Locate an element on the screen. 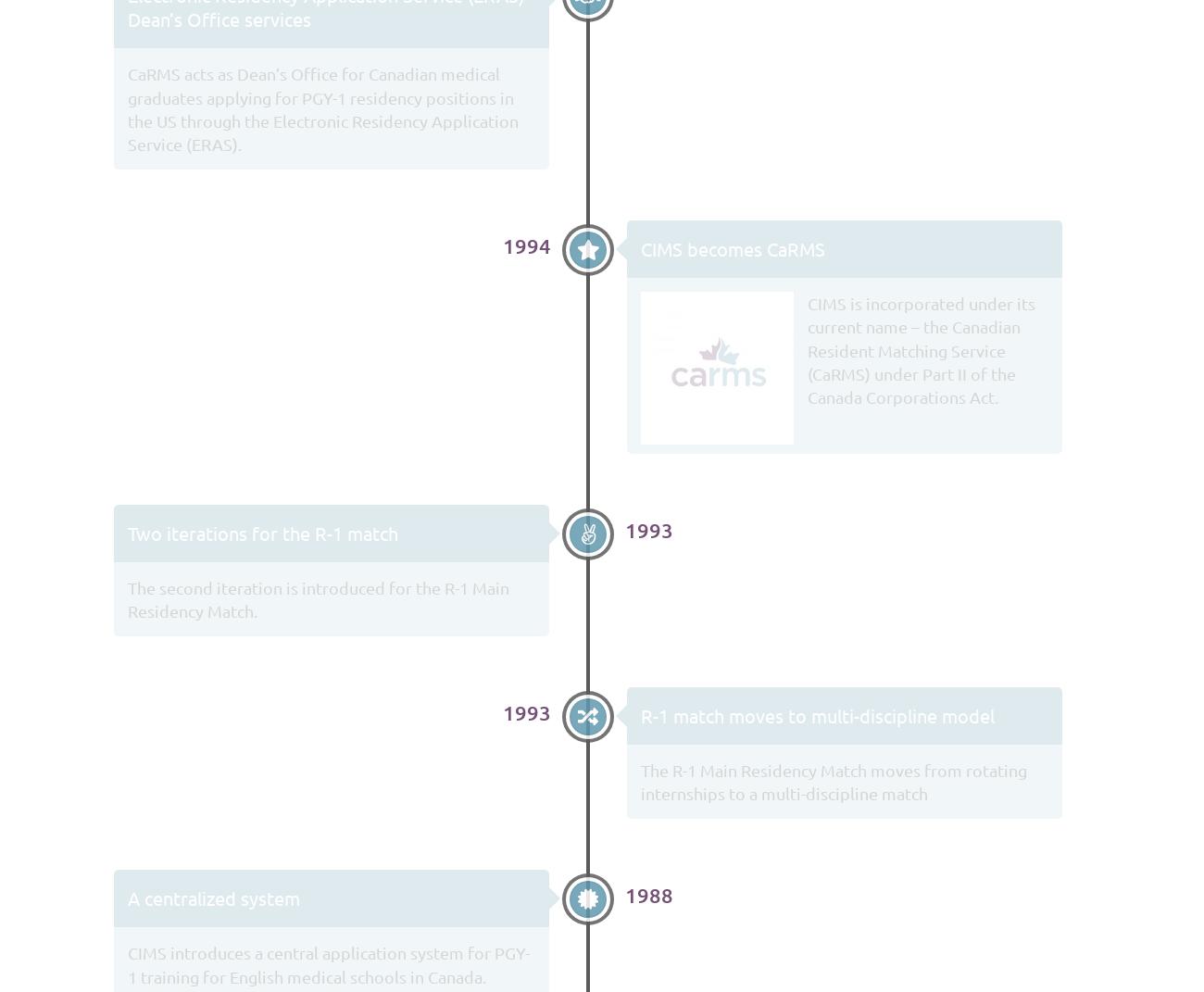 The width and height of the screenshot is (1204, 992). 'CIMS is incorporated under its current name – the Canadian Resident Matching Service (CaRMS) under Part II of the Canada Corporations Act.' is located at coordinates (919, 348).